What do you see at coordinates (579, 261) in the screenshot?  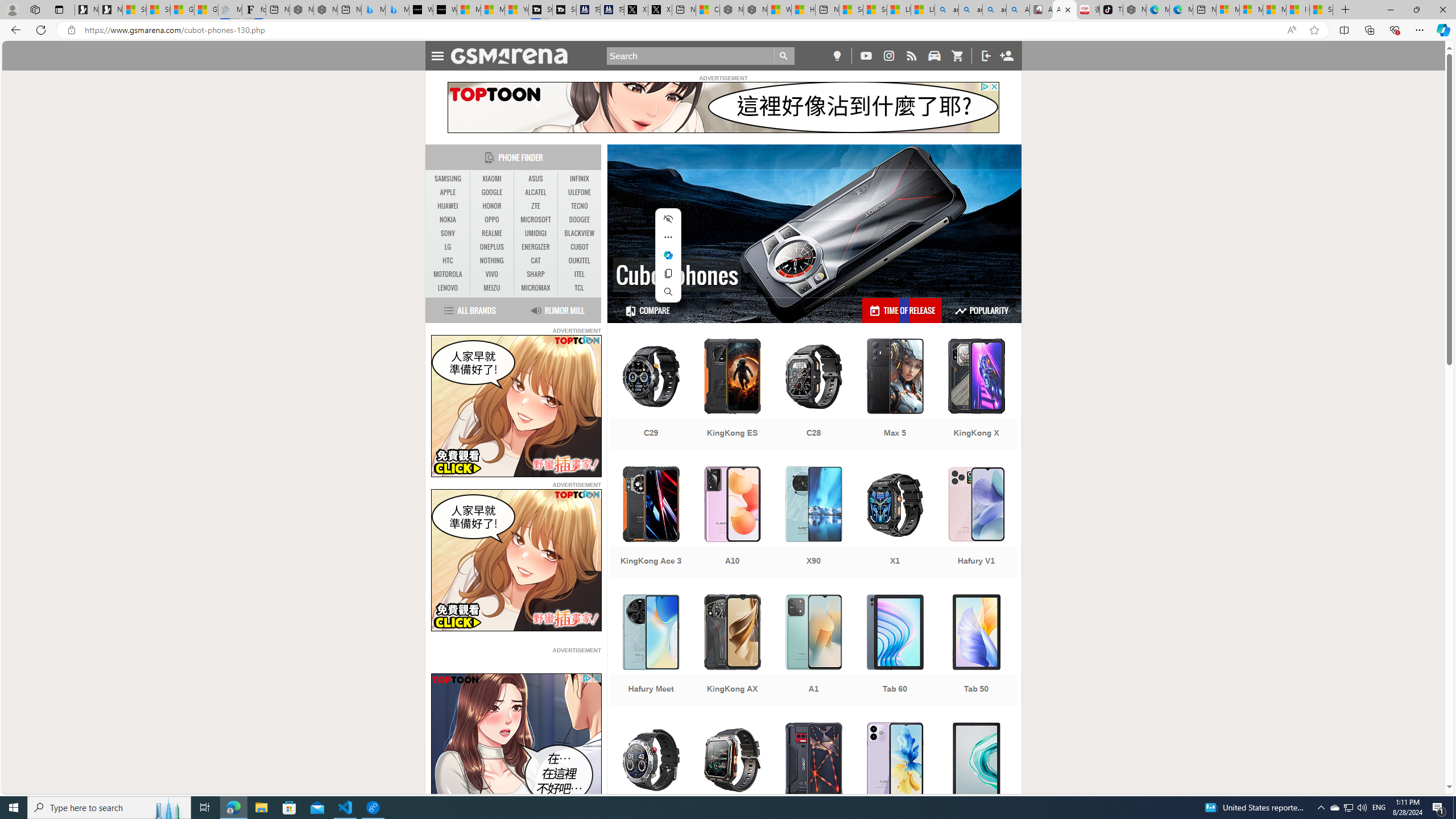 I see `'OUKITEL'` at bounding box center [579, 261].